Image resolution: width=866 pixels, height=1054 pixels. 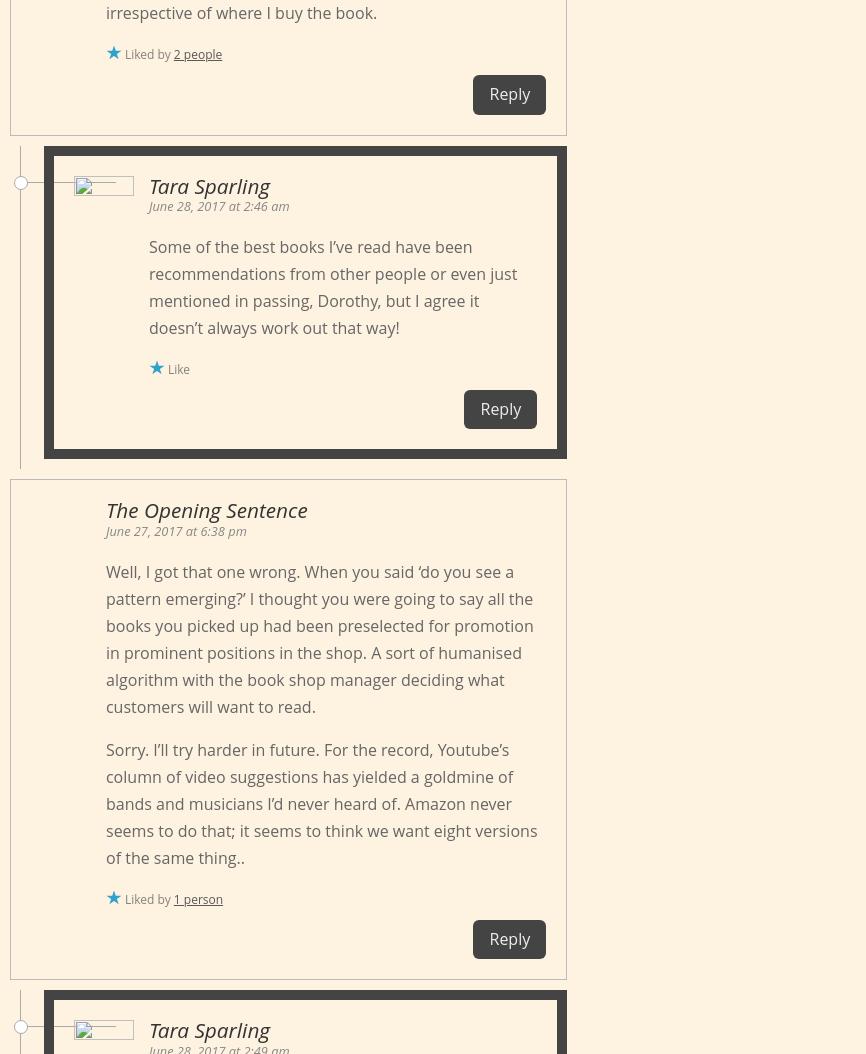 I want to click on 'Like', so click(x=179, y=369).